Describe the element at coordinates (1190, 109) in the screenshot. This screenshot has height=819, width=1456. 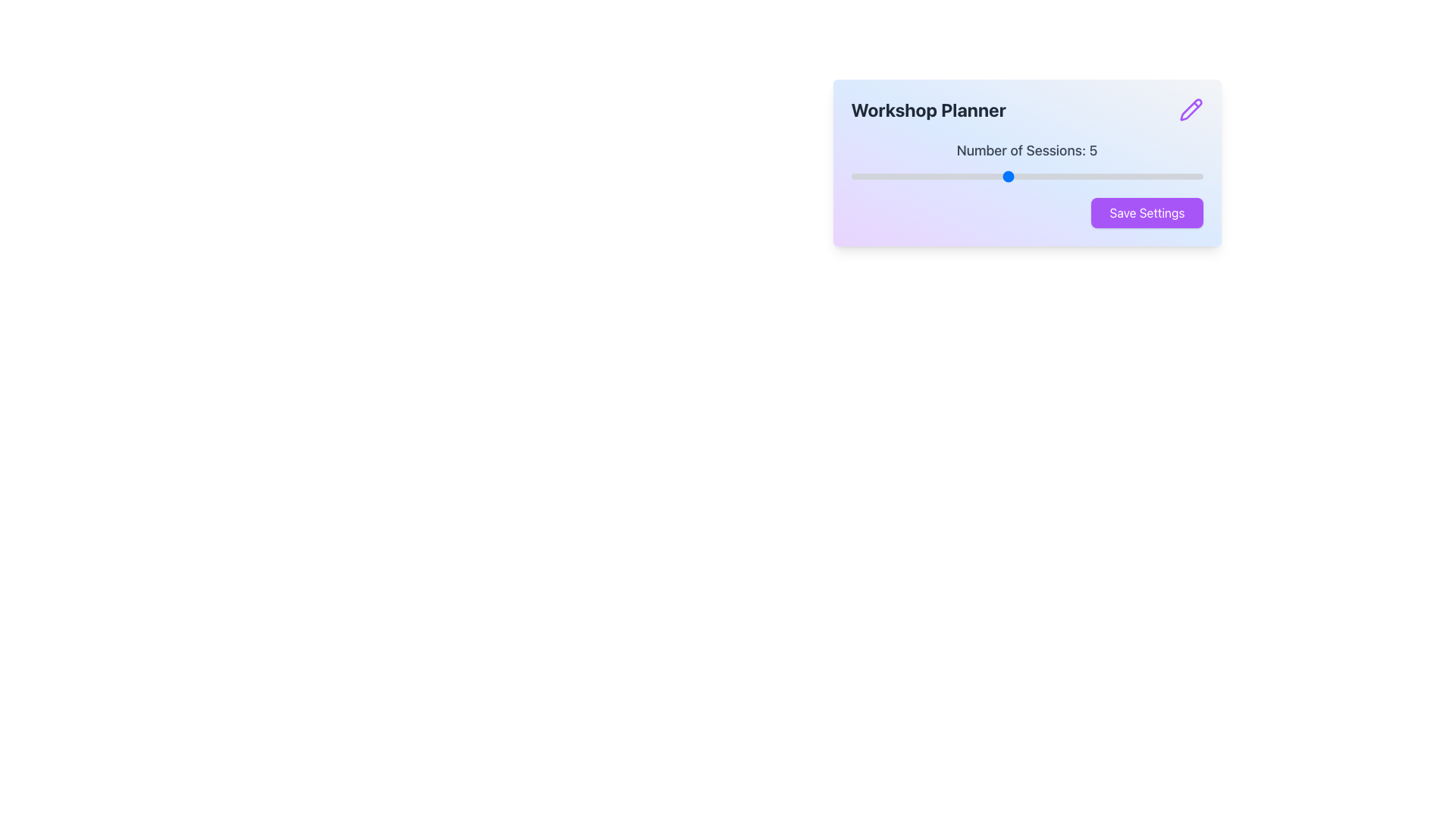
I see `the purple pencil icon in the top-right corner of the 'Workshop Planner' content box` at that location.